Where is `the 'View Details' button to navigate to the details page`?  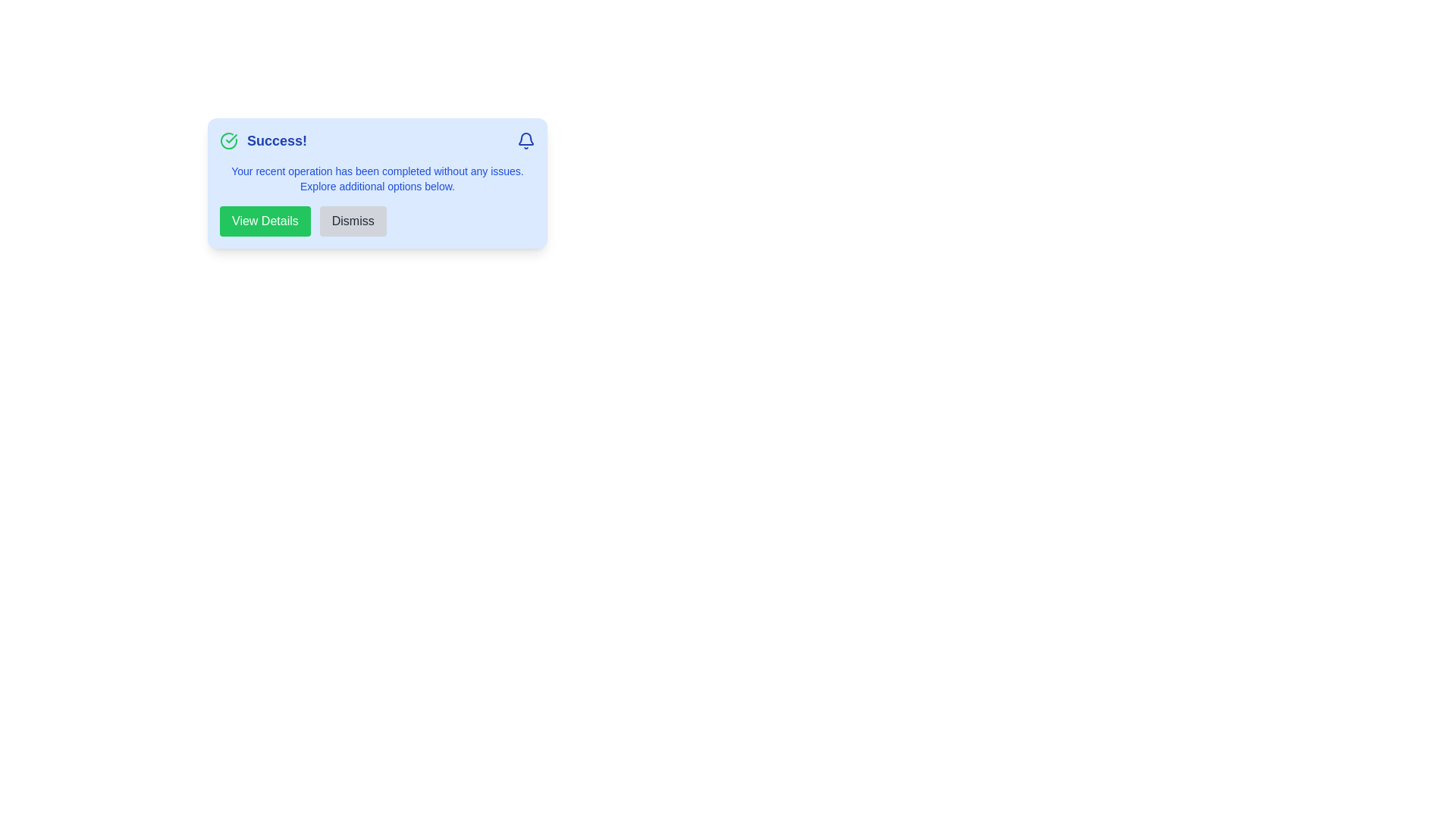
the 'View Details' button to navigate to the details page is located at coordinates (265, 221).